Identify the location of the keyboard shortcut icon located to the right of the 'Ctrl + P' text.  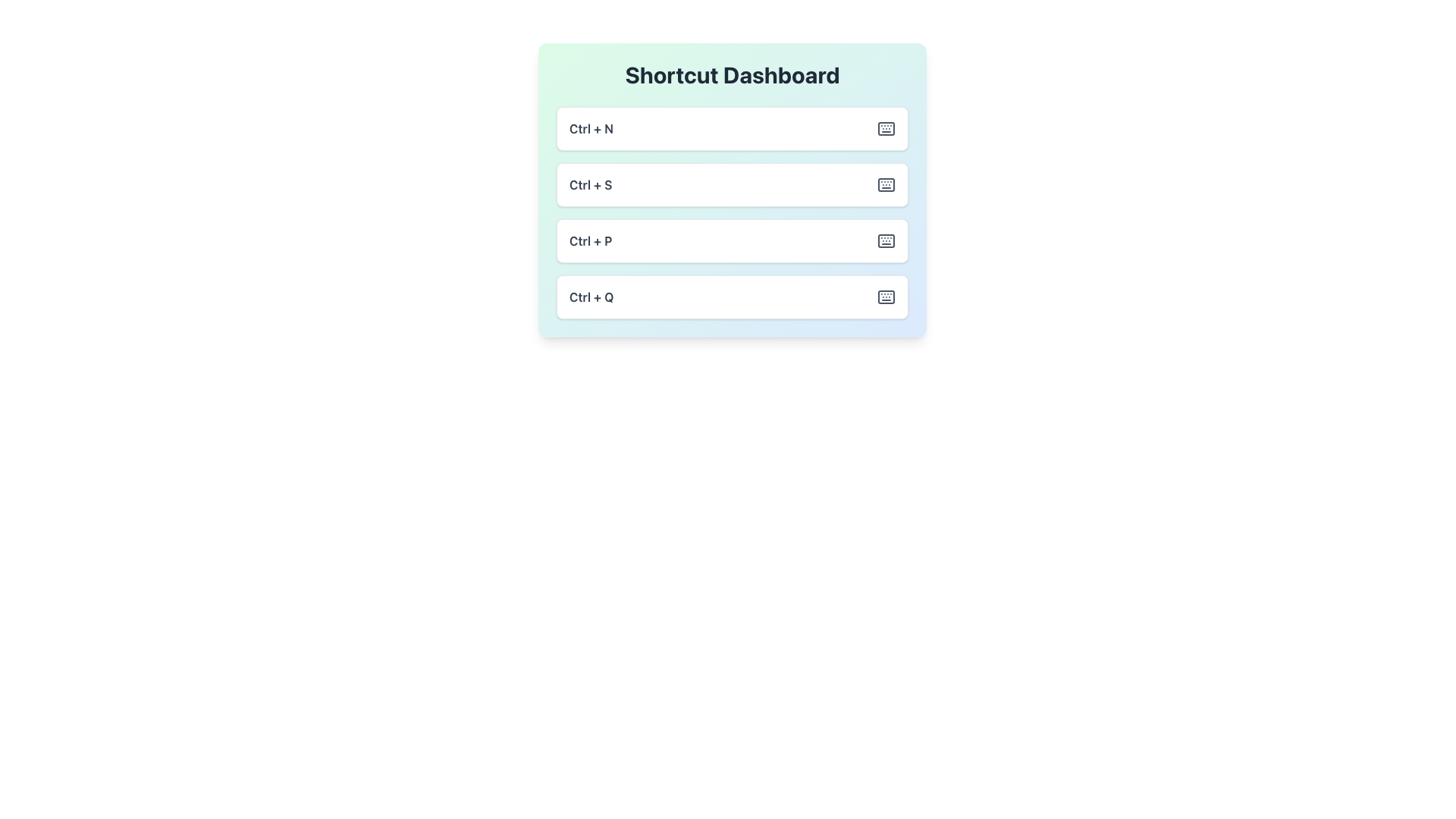
(886, 240).